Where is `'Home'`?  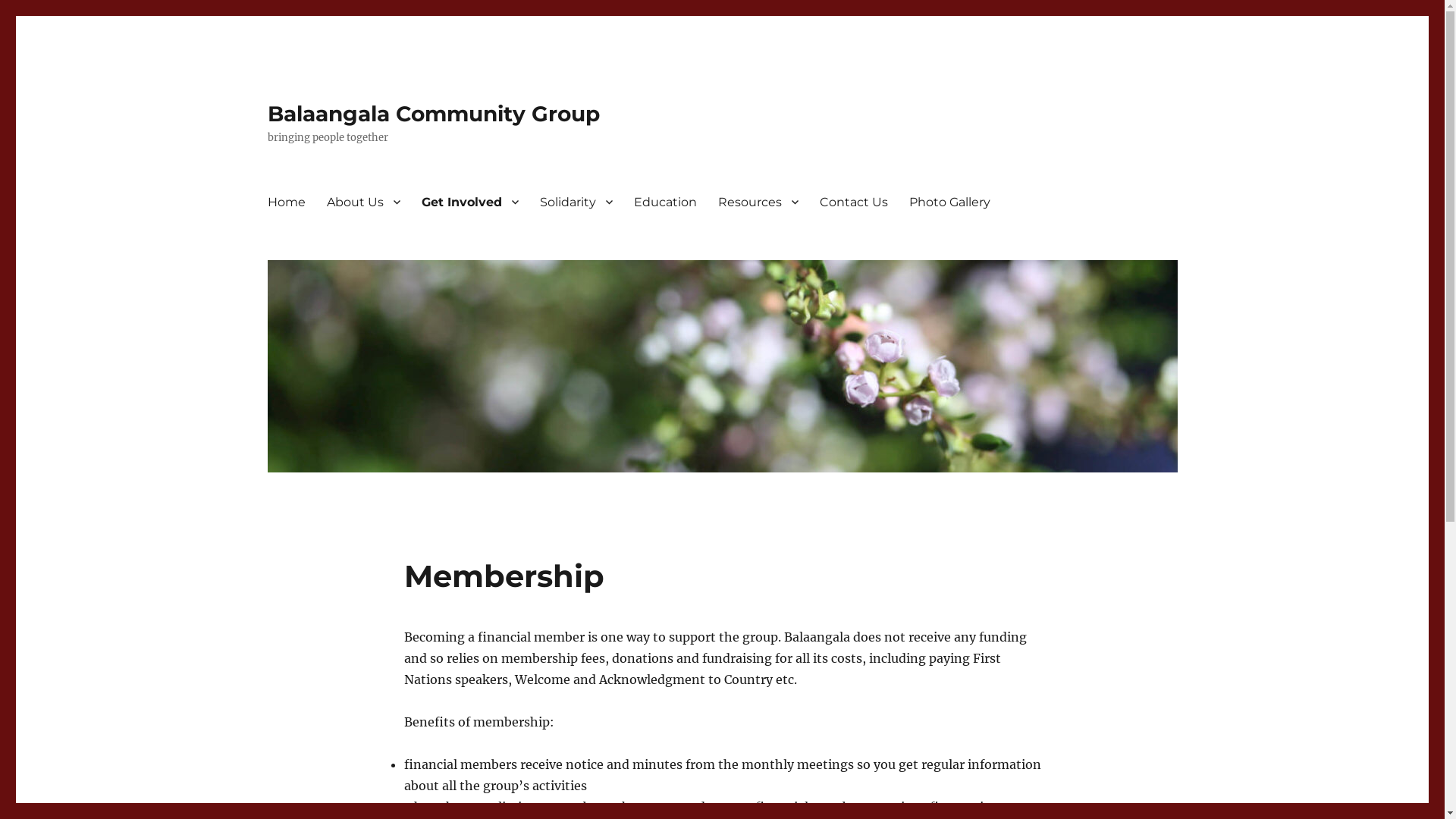
'Home' is located at coordinates (286, 201).